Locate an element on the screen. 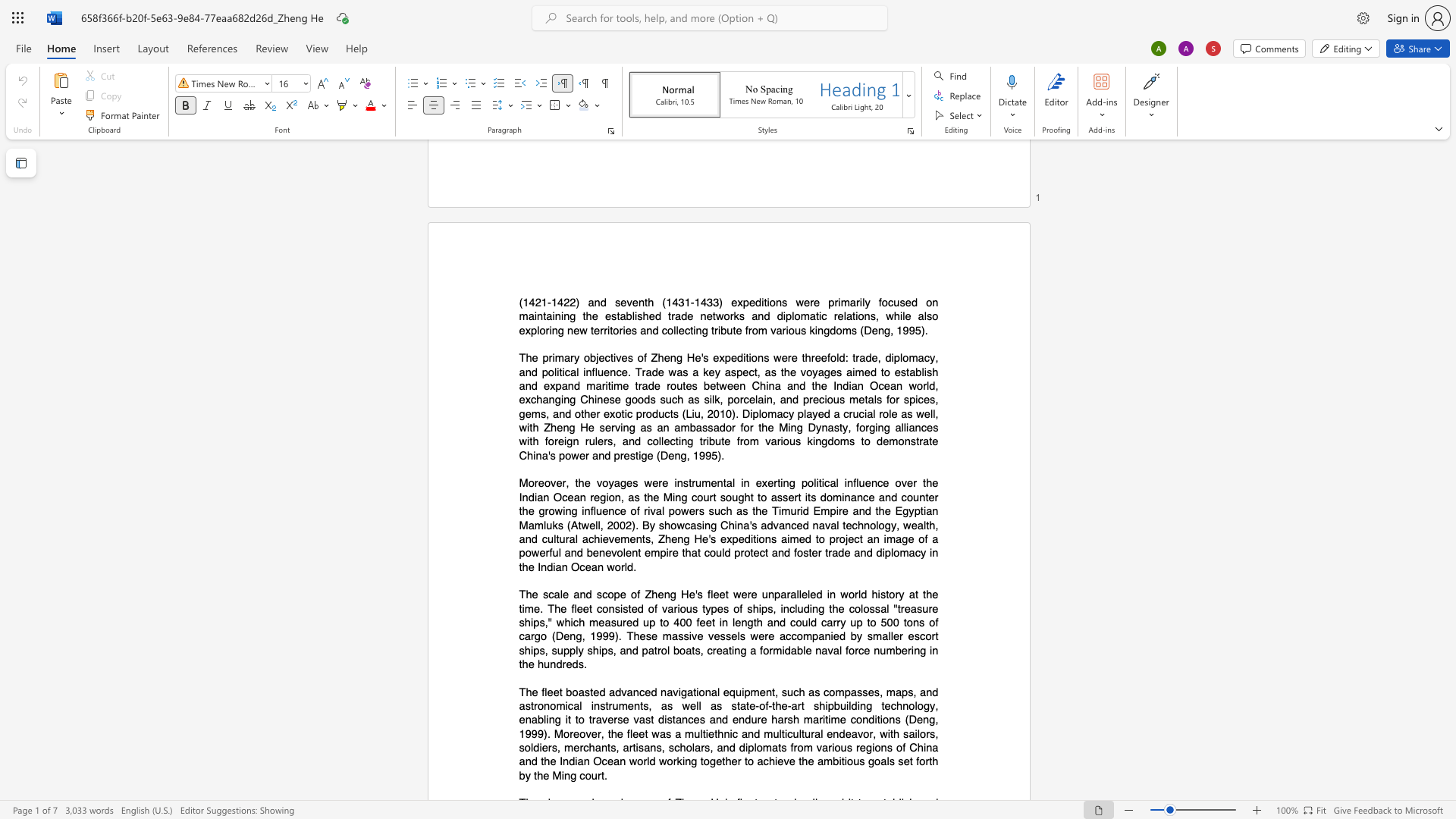  the subset text "ng" within the text "showcasing" is located at coordinates (704, 524).